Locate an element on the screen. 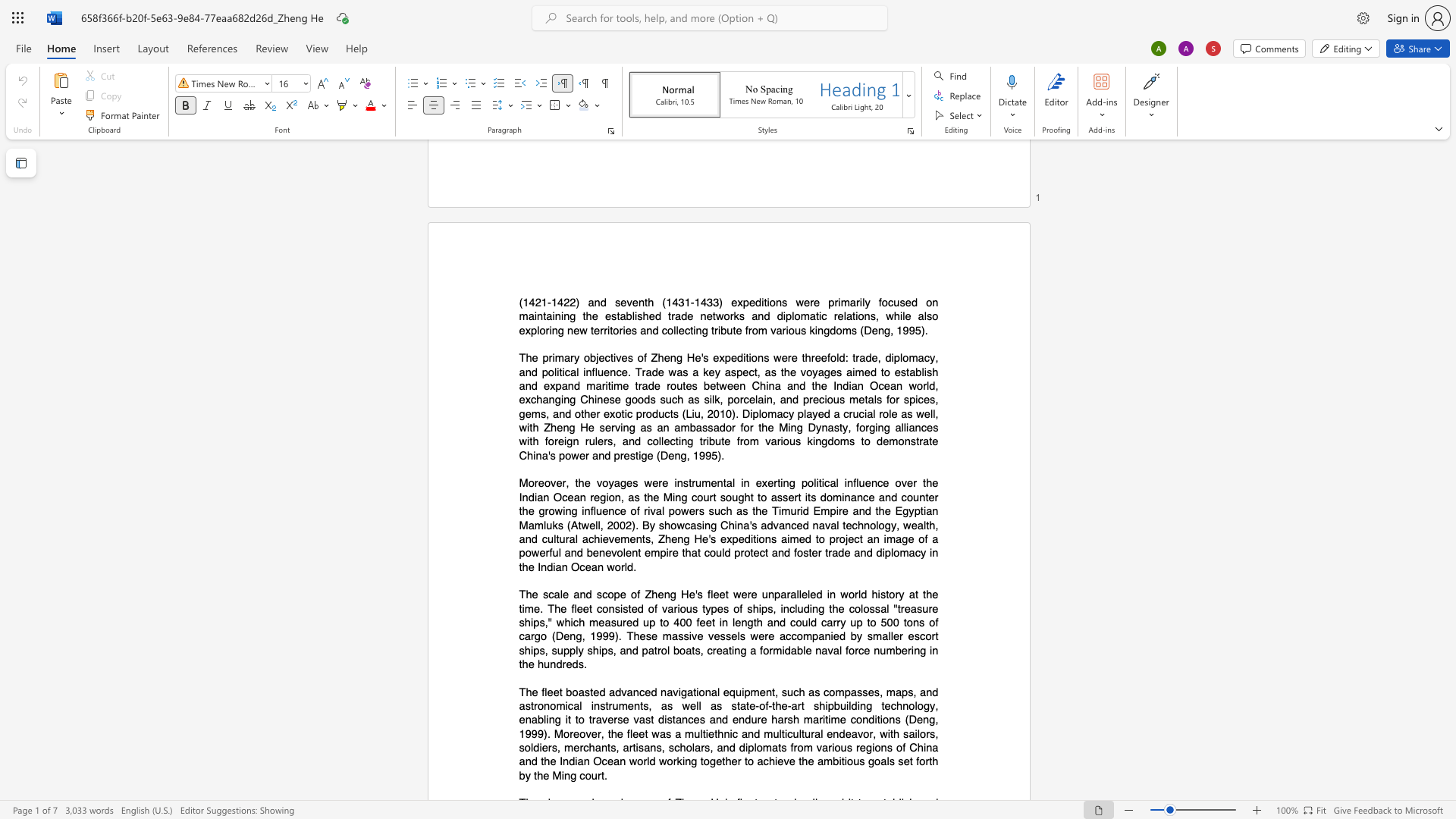  the subset text "ng" within the text "showcasing" is located at coordinates (704, 524).